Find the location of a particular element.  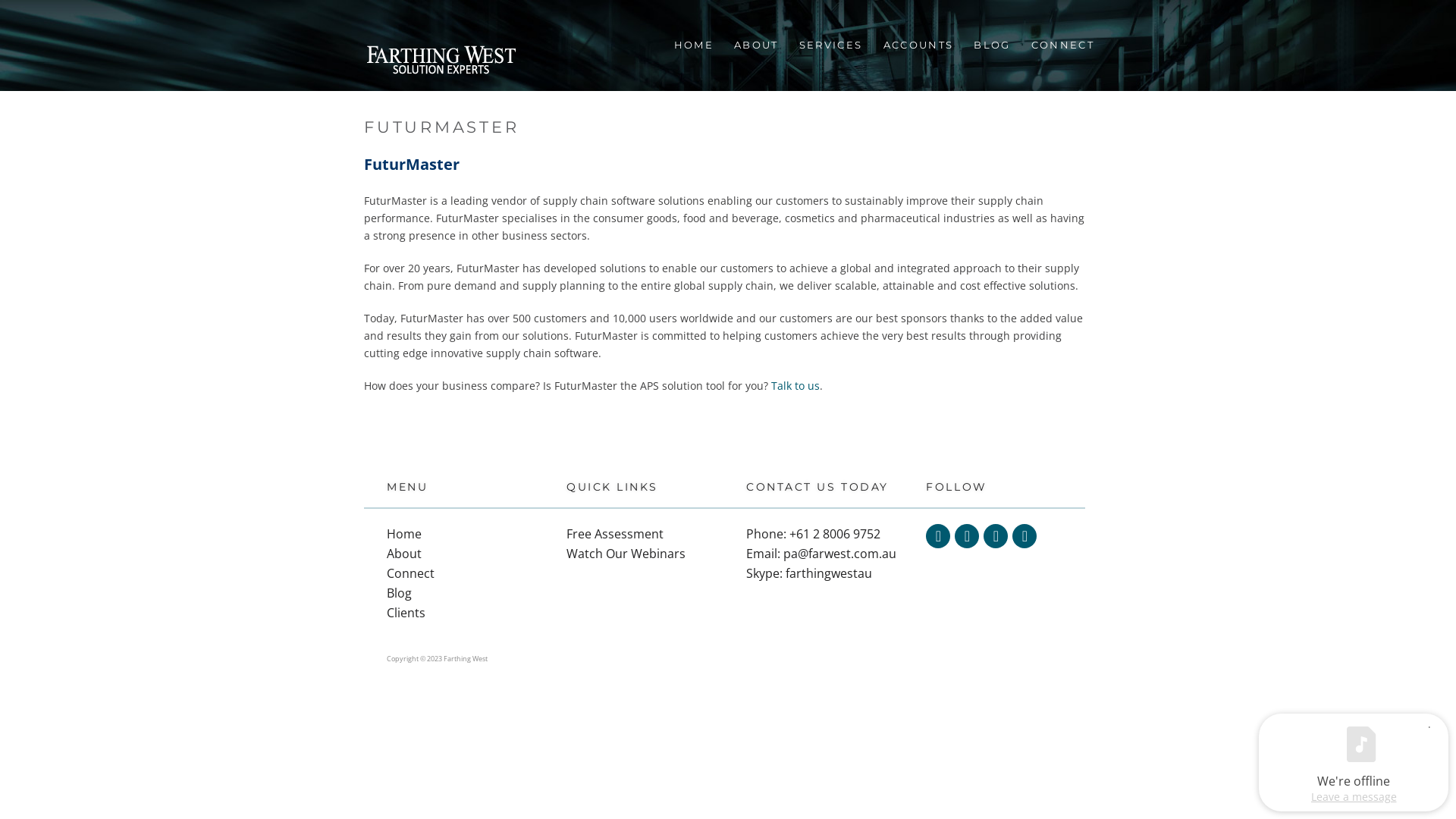

'LinkedIn' is located at coordinates (996, 535).